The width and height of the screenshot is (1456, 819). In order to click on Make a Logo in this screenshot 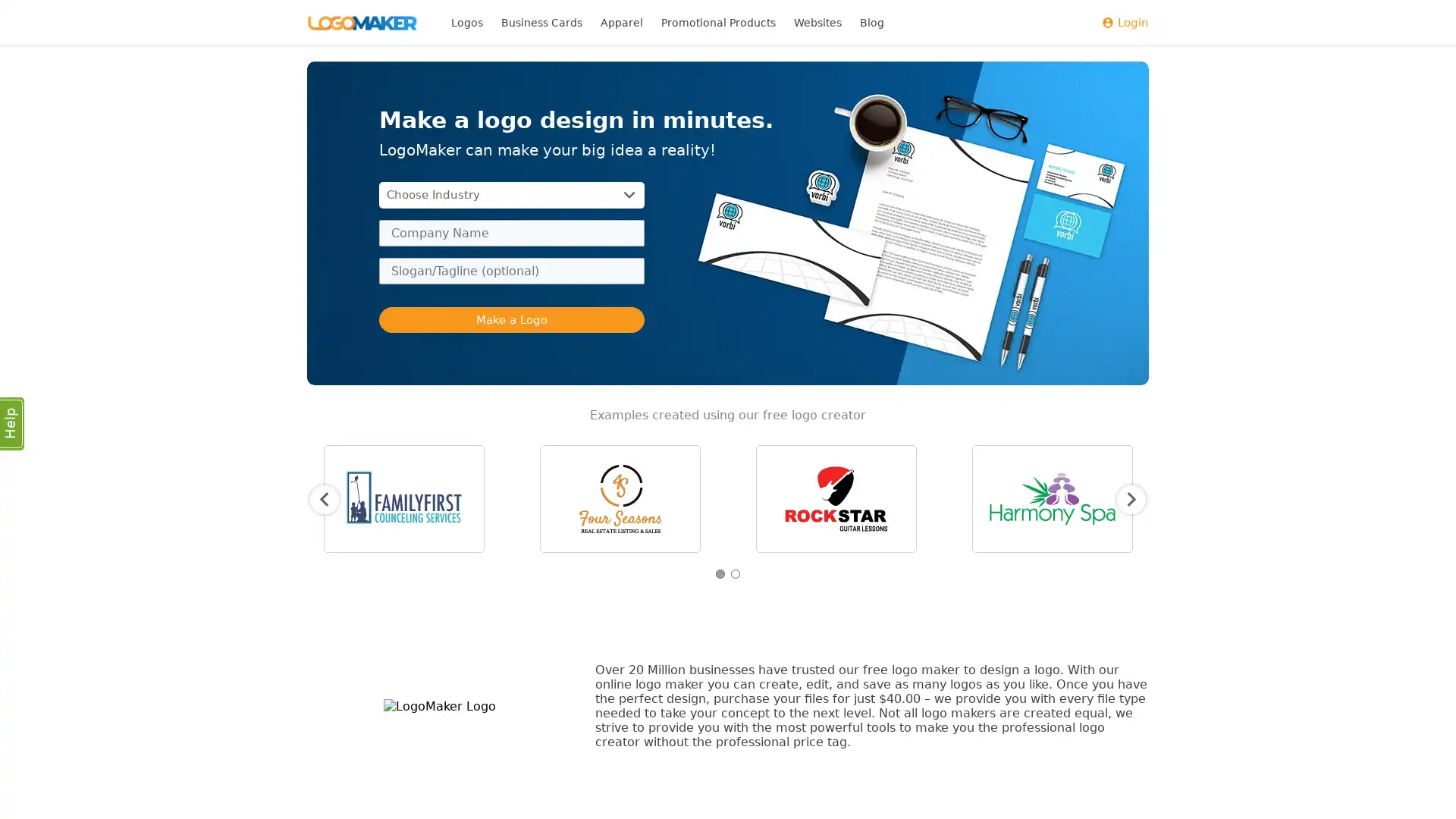, I will do `click(510, 318)`.